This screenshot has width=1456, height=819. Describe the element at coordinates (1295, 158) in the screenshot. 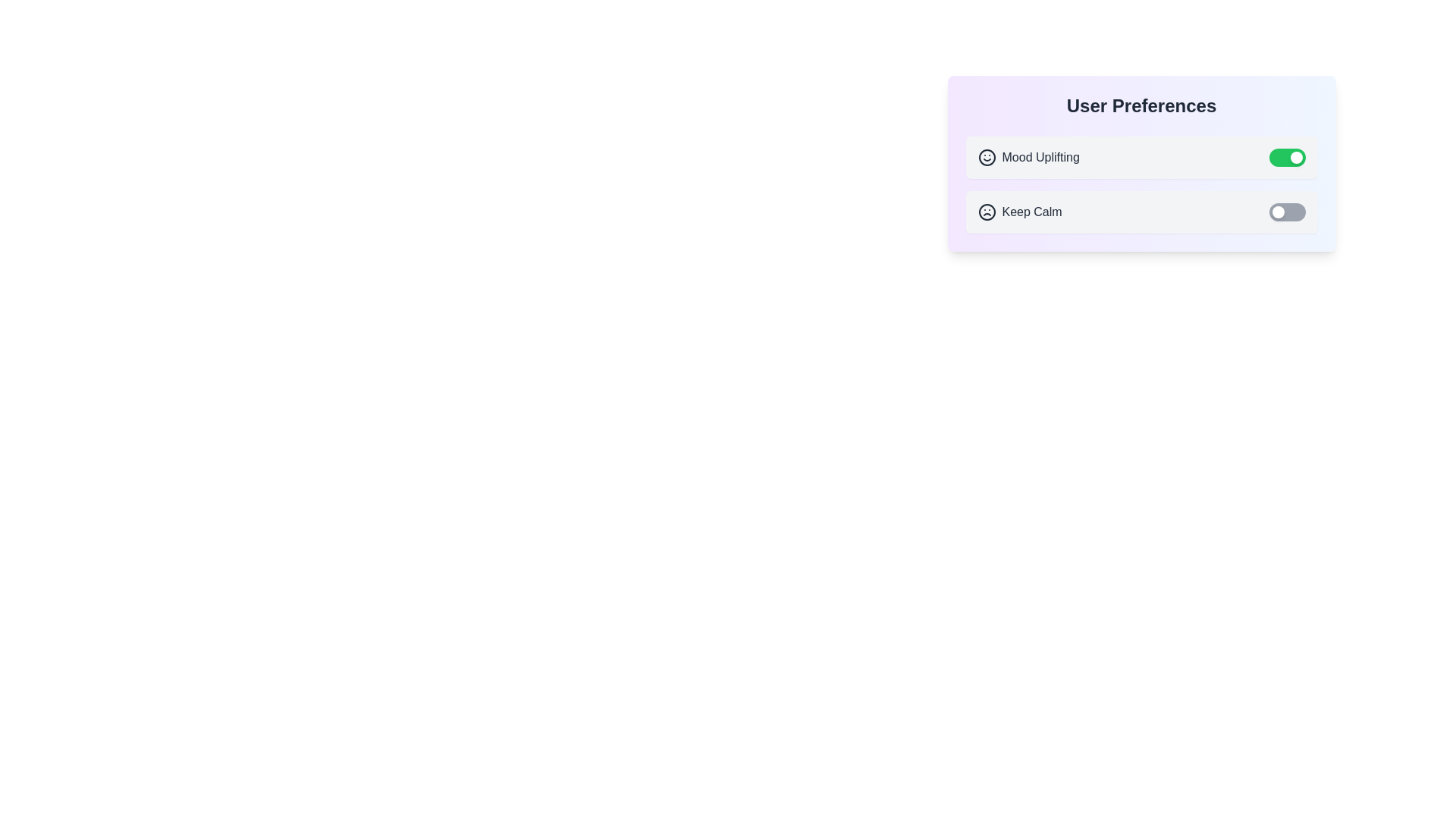

I see `the toggle handle located at the rightmost position of the switch component for the 'Mood Uplifting' preference` at that location.